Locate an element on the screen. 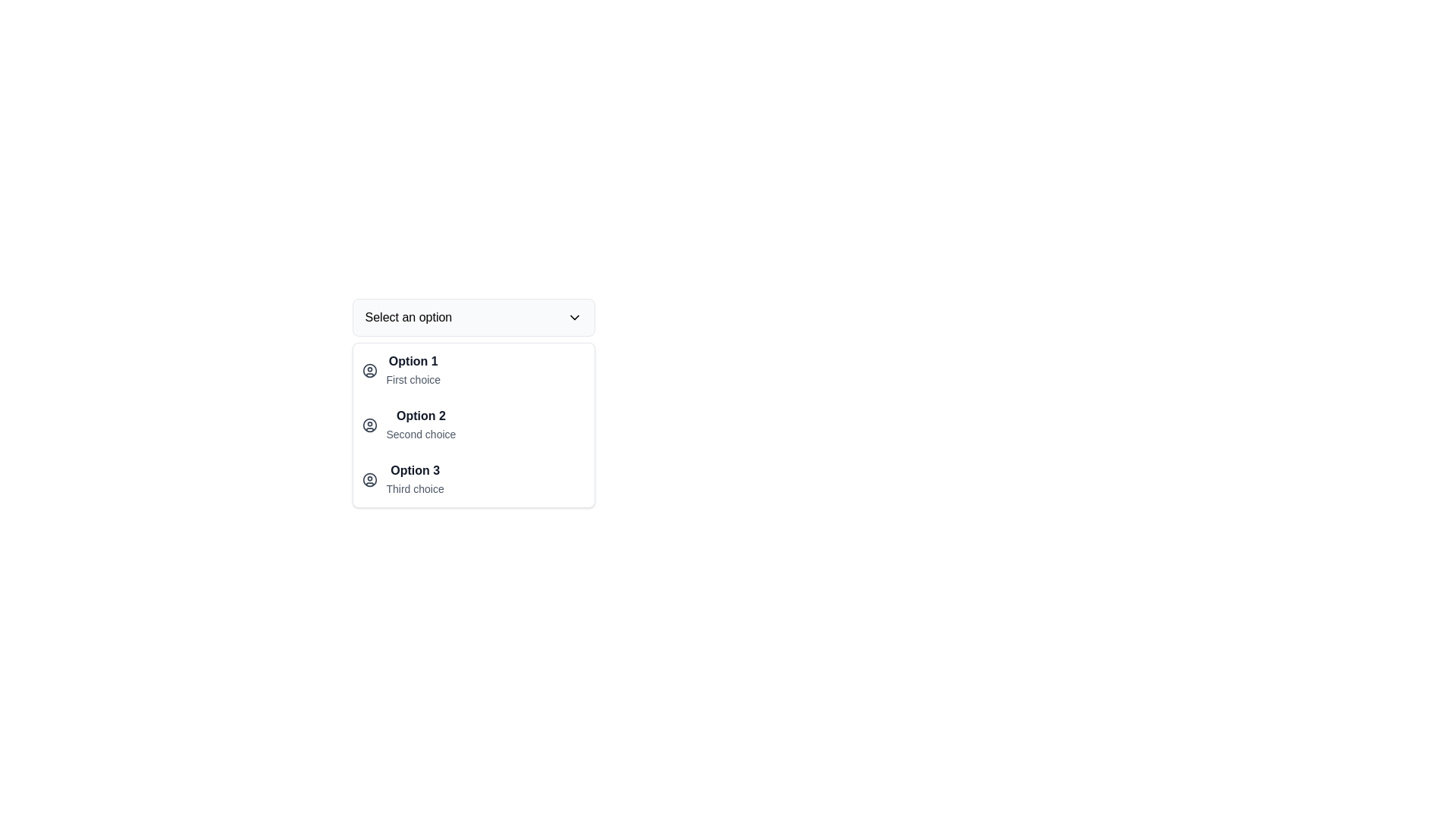 The image size is (1456, 819). the bolded text label 'Option 3' in the dropdown menu, which is the third item and is styled with a stronger font weight in dark gray color is located at coordinates (415, 470).